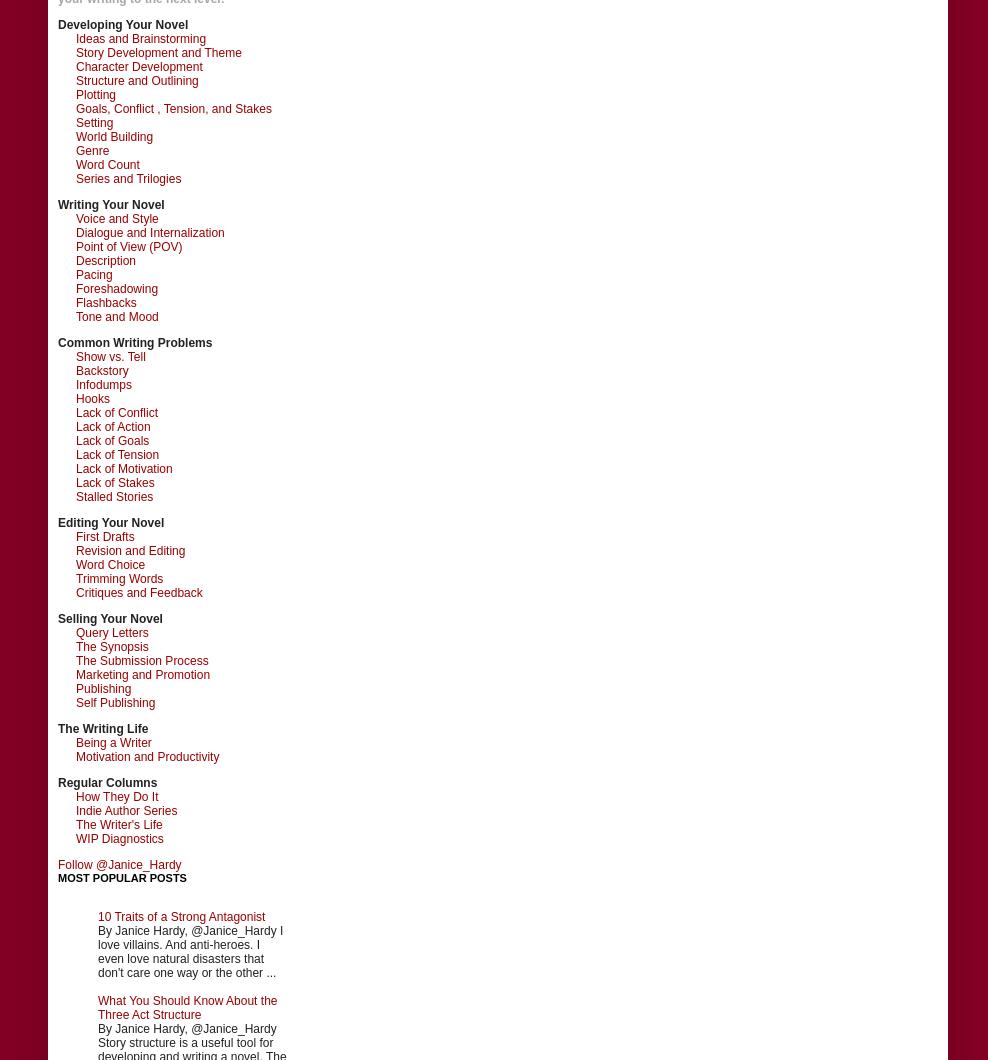  I want to click on 'The Writing Life', so click(103, 727).